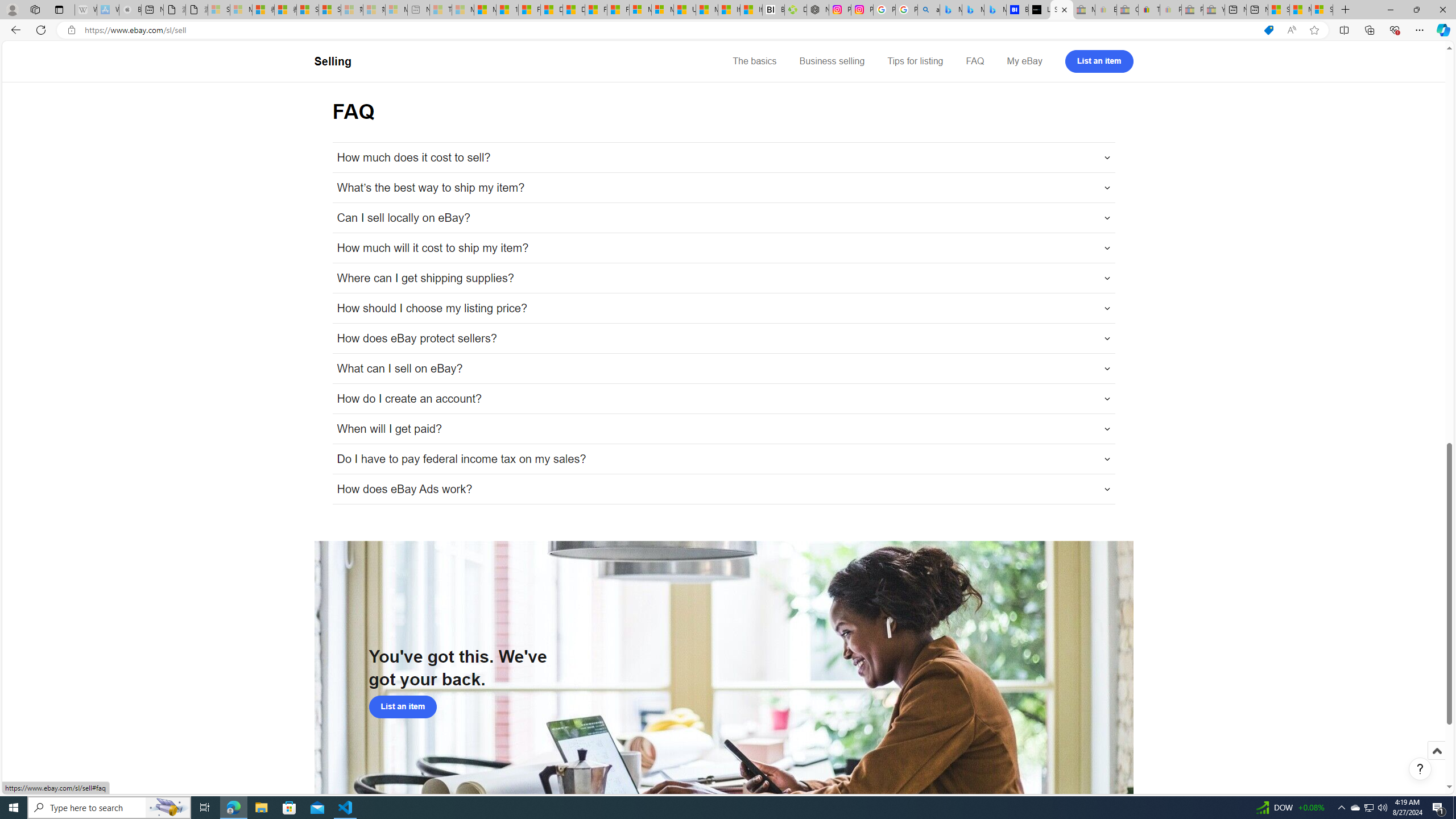 This screenshot has height=819, width=1456. What do you see at coordinates (1170, 9) in the screenshot?
I see `'Payments Terms of Use | eBay.com - Sleeping'` at bounding box center [1170, 9].